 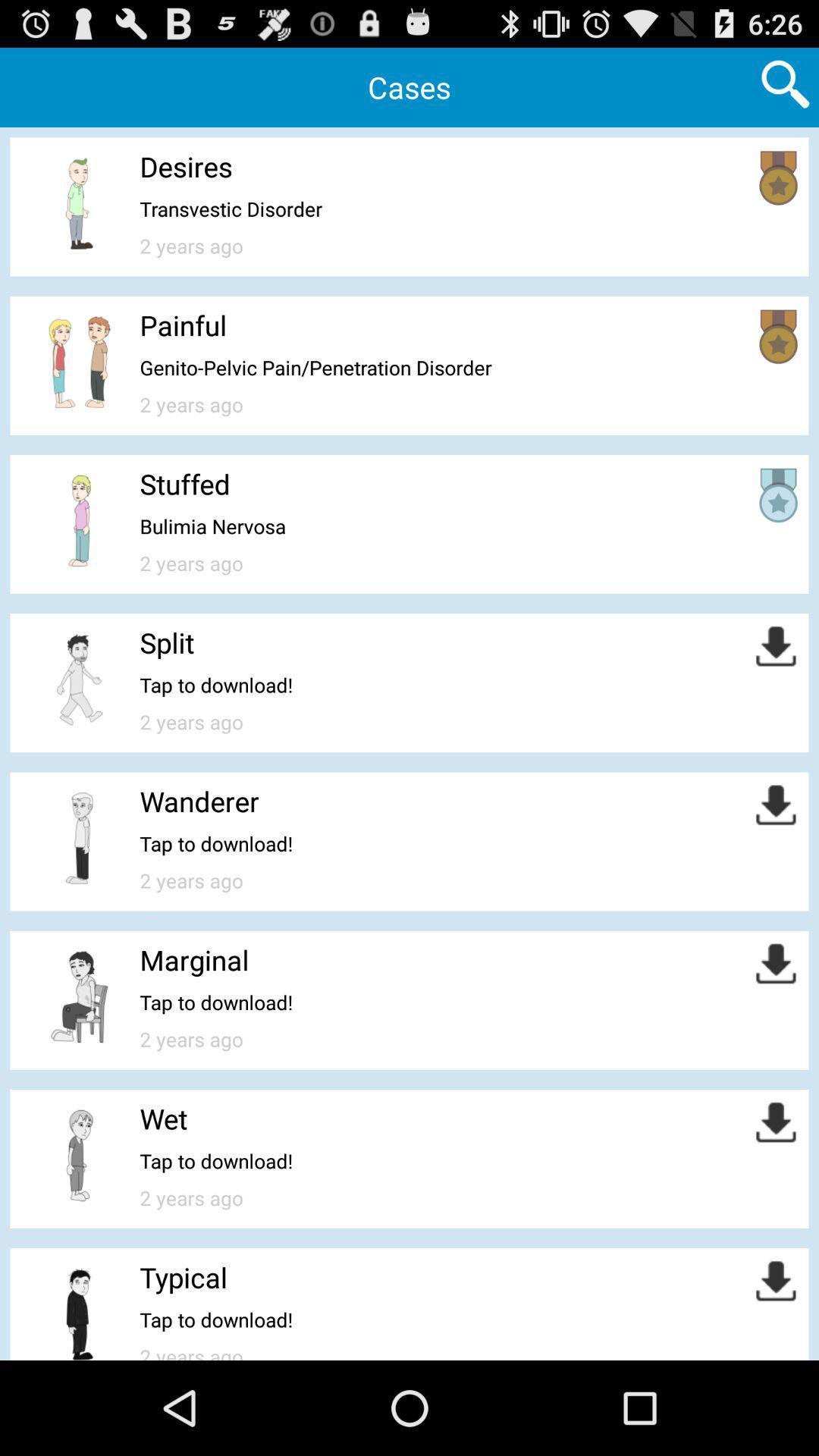 What do you see at coordinates (315, 367) in the screenshot?
I see `the app above 2 years ago item` at bounding box center [315, 367].